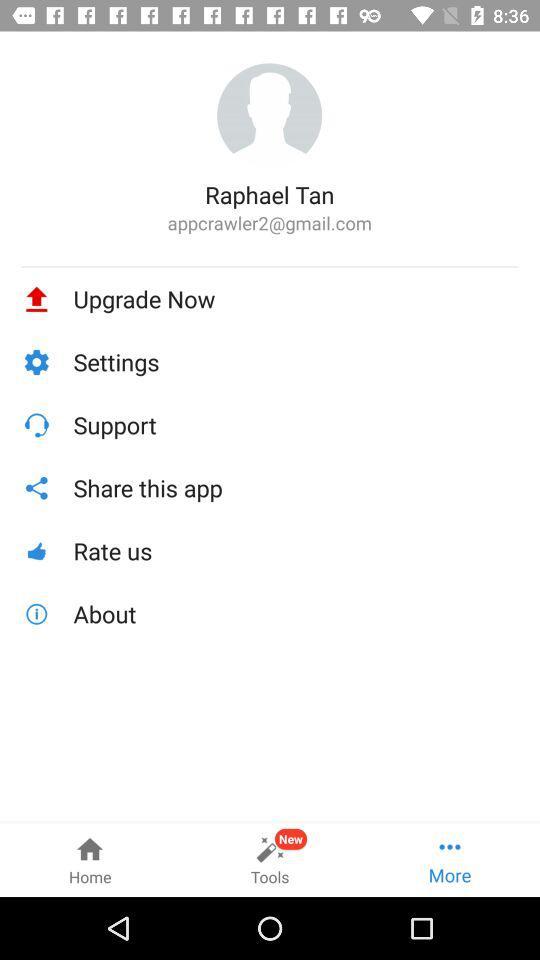  Describe the element at coordinates (295, 613) in the screenshot. I see `the icon below the rate us icon` at that location.